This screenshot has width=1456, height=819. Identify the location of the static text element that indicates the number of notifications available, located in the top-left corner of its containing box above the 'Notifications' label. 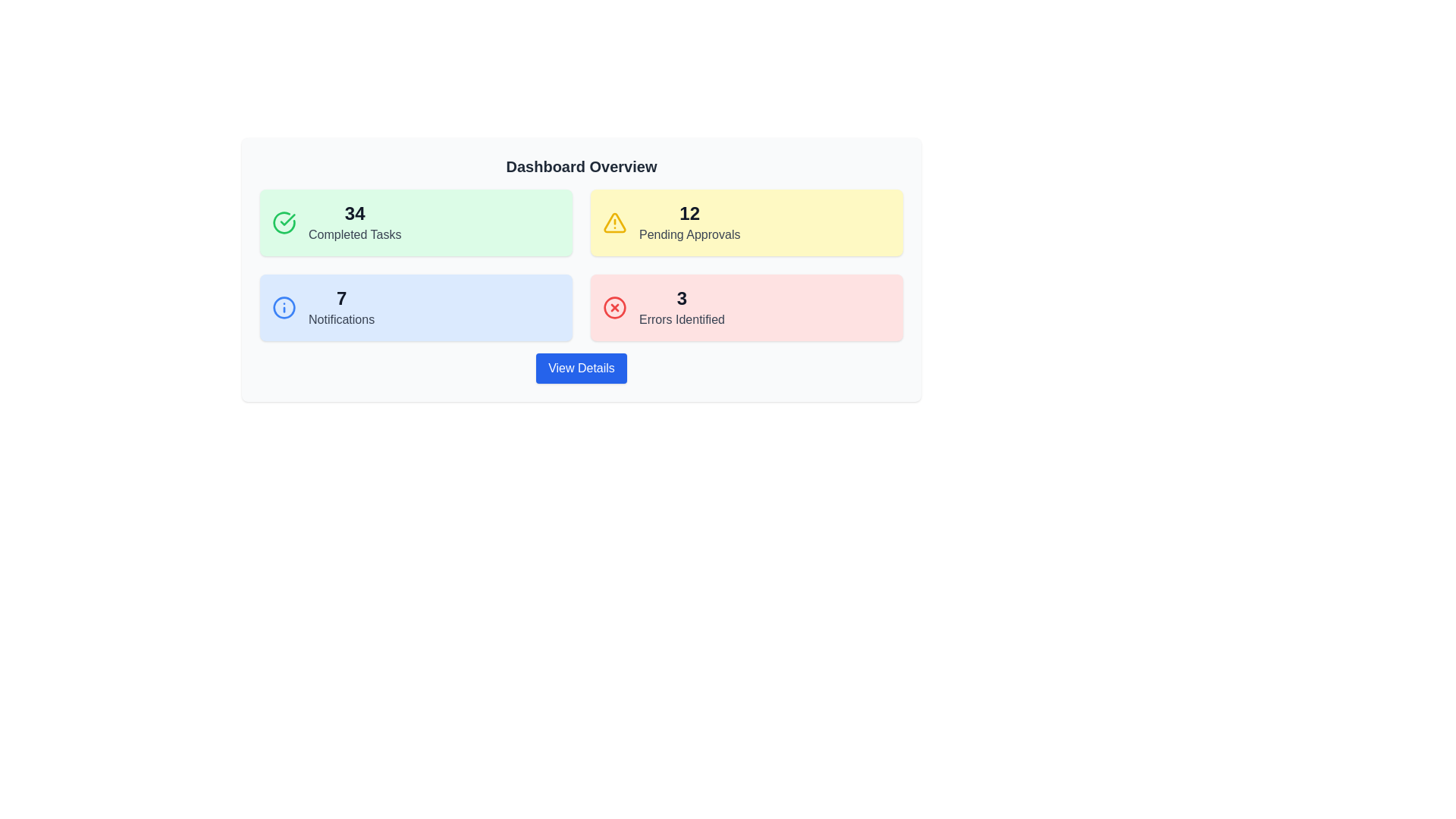
(340, 298).